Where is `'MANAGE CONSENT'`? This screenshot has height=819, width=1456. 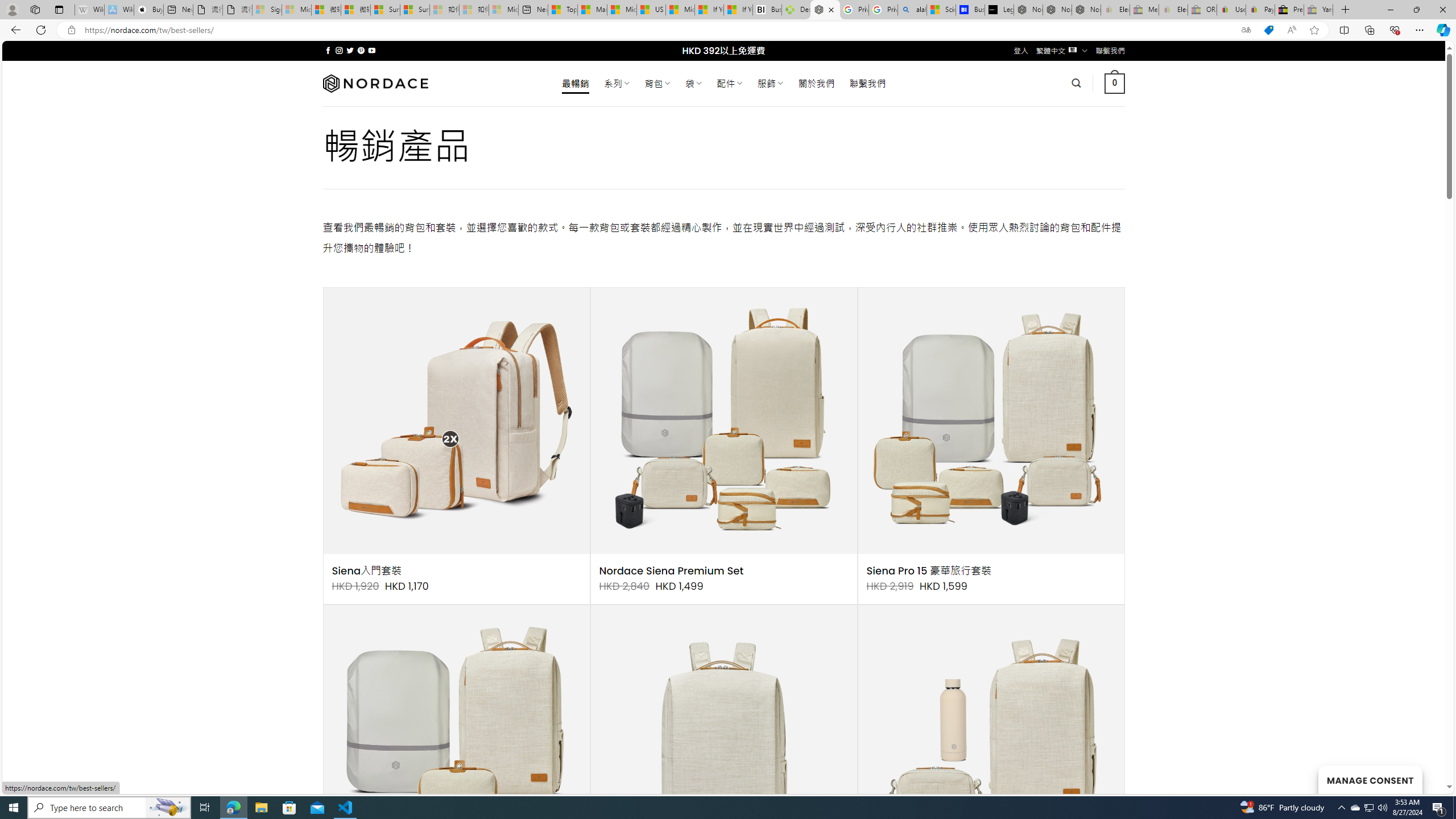
'MANAGE CONSENT' is located at coordinates (1370, 779).